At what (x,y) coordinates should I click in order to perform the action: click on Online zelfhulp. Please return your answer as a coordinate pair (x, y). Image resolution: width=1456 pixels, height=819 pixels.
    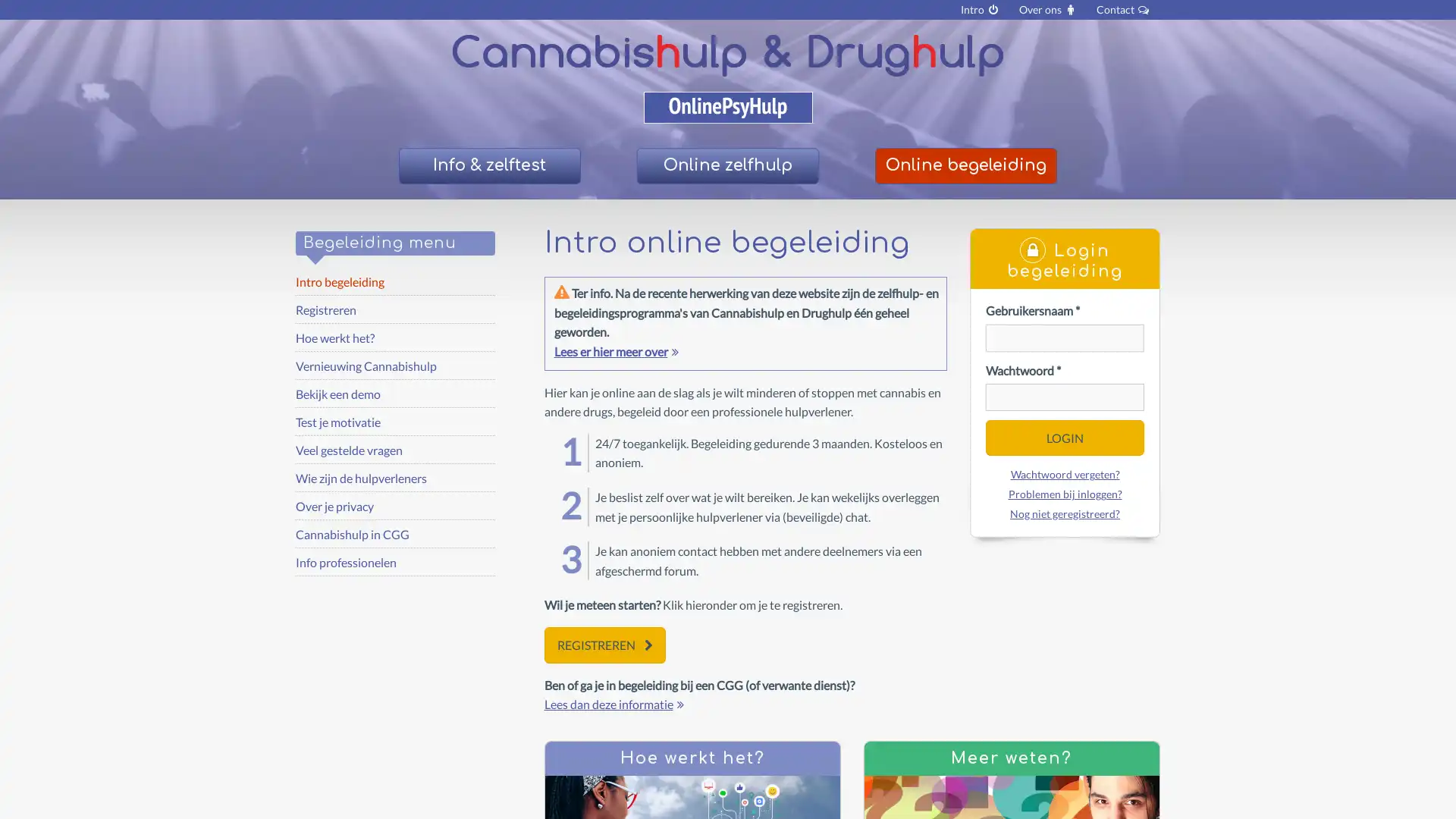
    Looking at the image, I should click on (726, 166).